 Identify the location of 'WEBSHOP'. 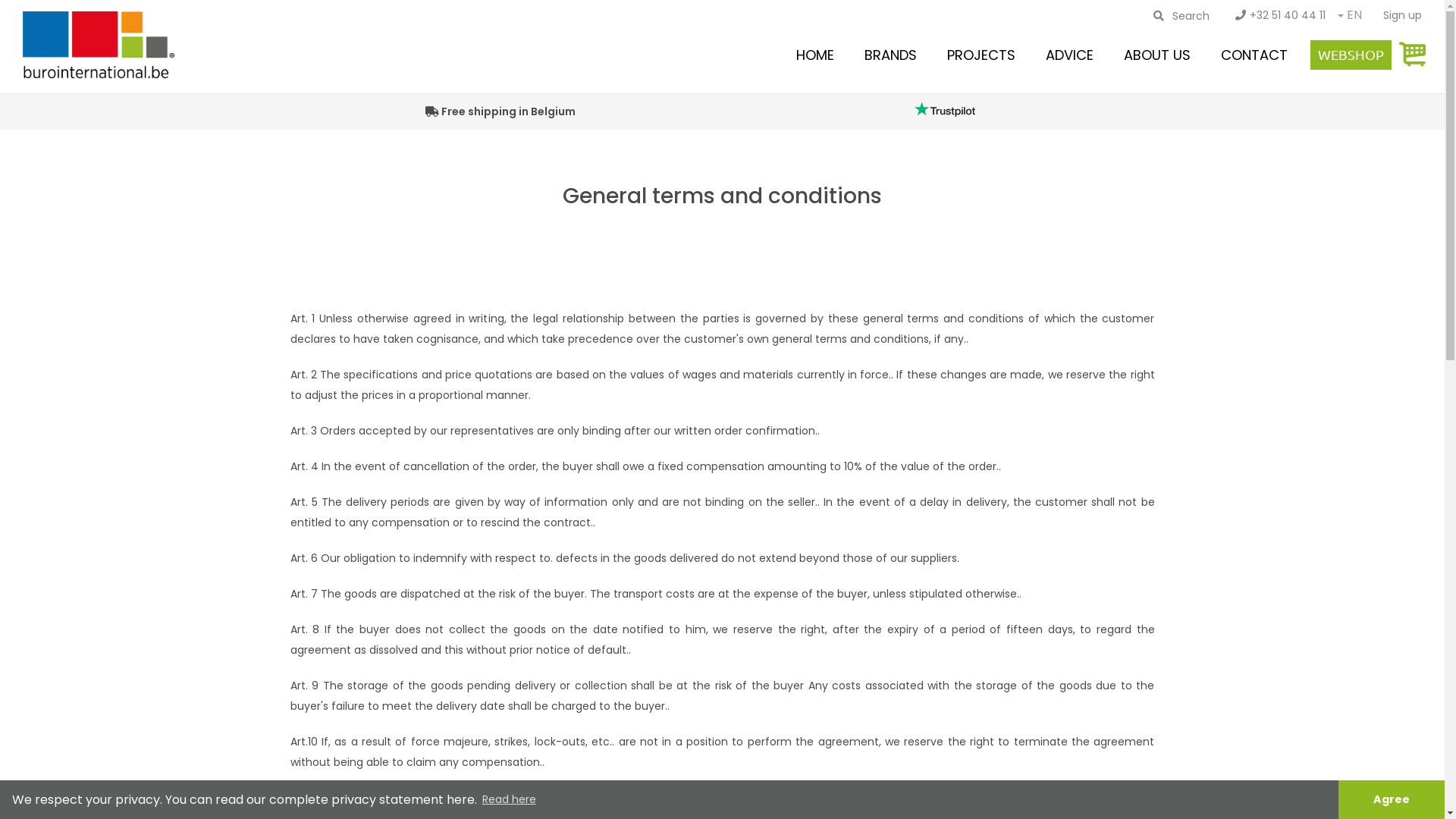
(1351, 54).